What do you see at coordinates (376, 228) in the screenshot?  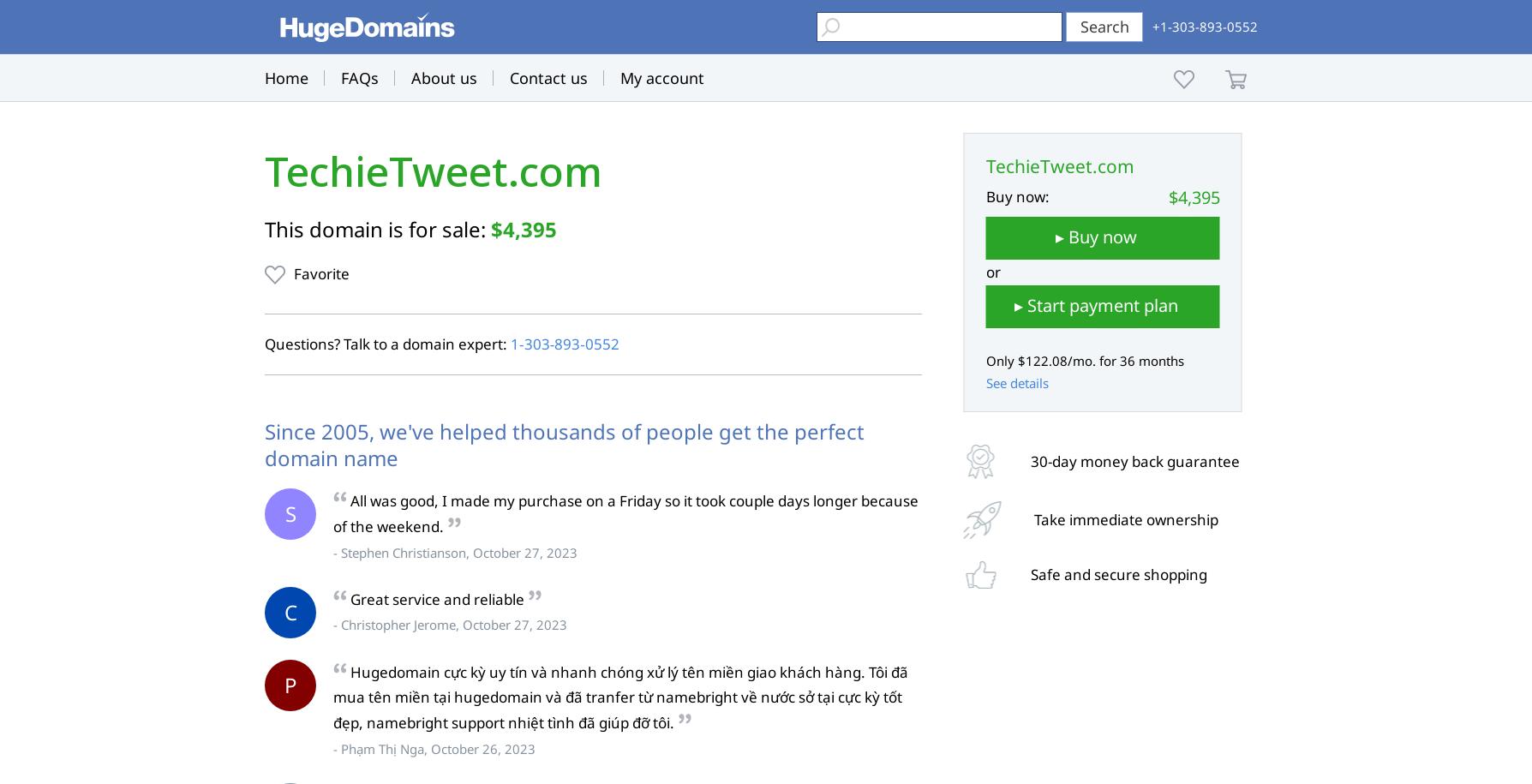 I see `'This domain is for sale:'` at bounding box center [376, 228].